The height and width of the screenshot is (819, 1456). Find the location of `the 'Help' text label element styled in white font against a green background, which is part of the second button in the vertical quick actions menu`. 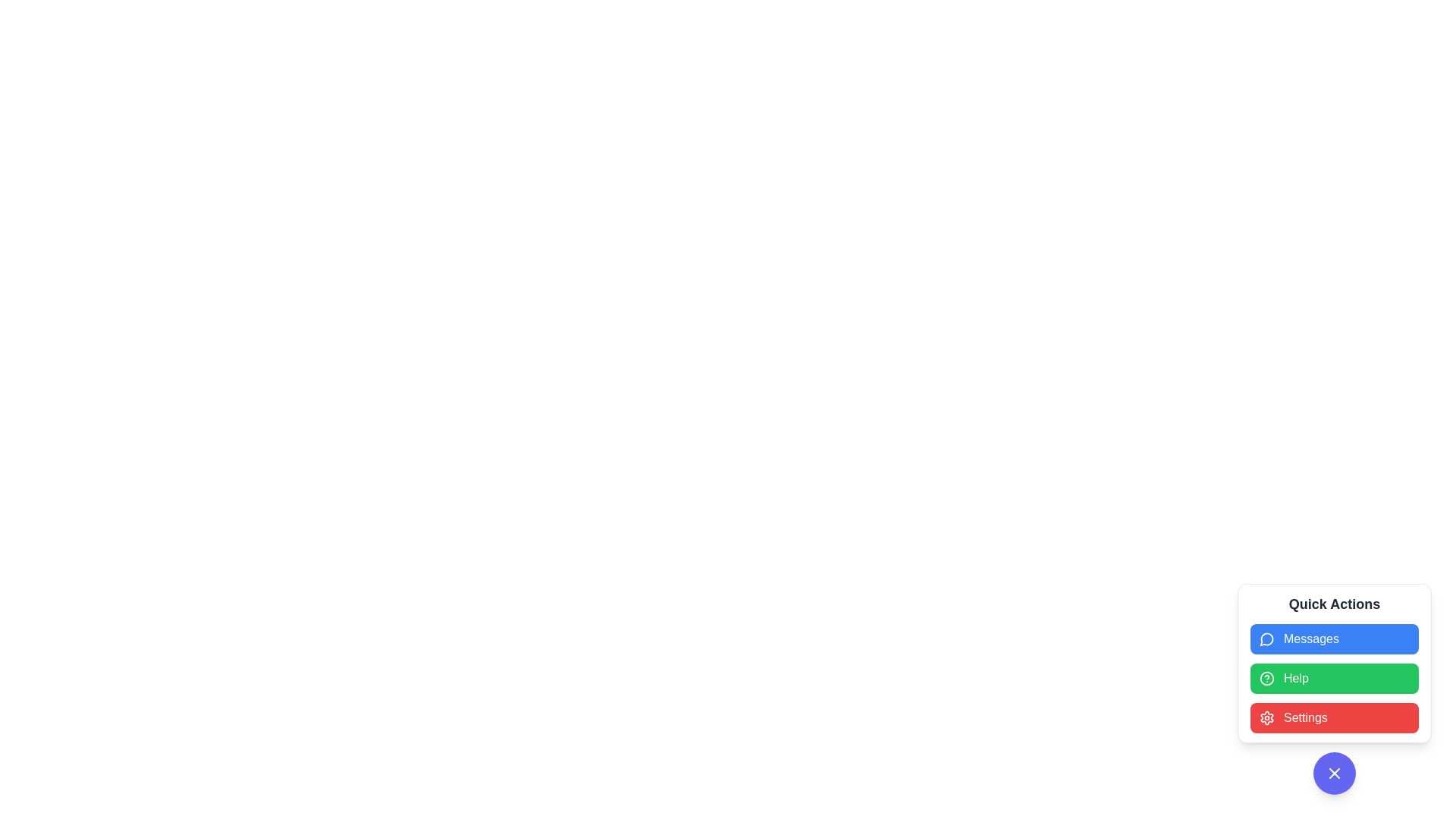

the 'Help' text label element styled in white font against a green background, which is part of the second button in the vertical quick actions menu is located at coordinates (1295, 677).